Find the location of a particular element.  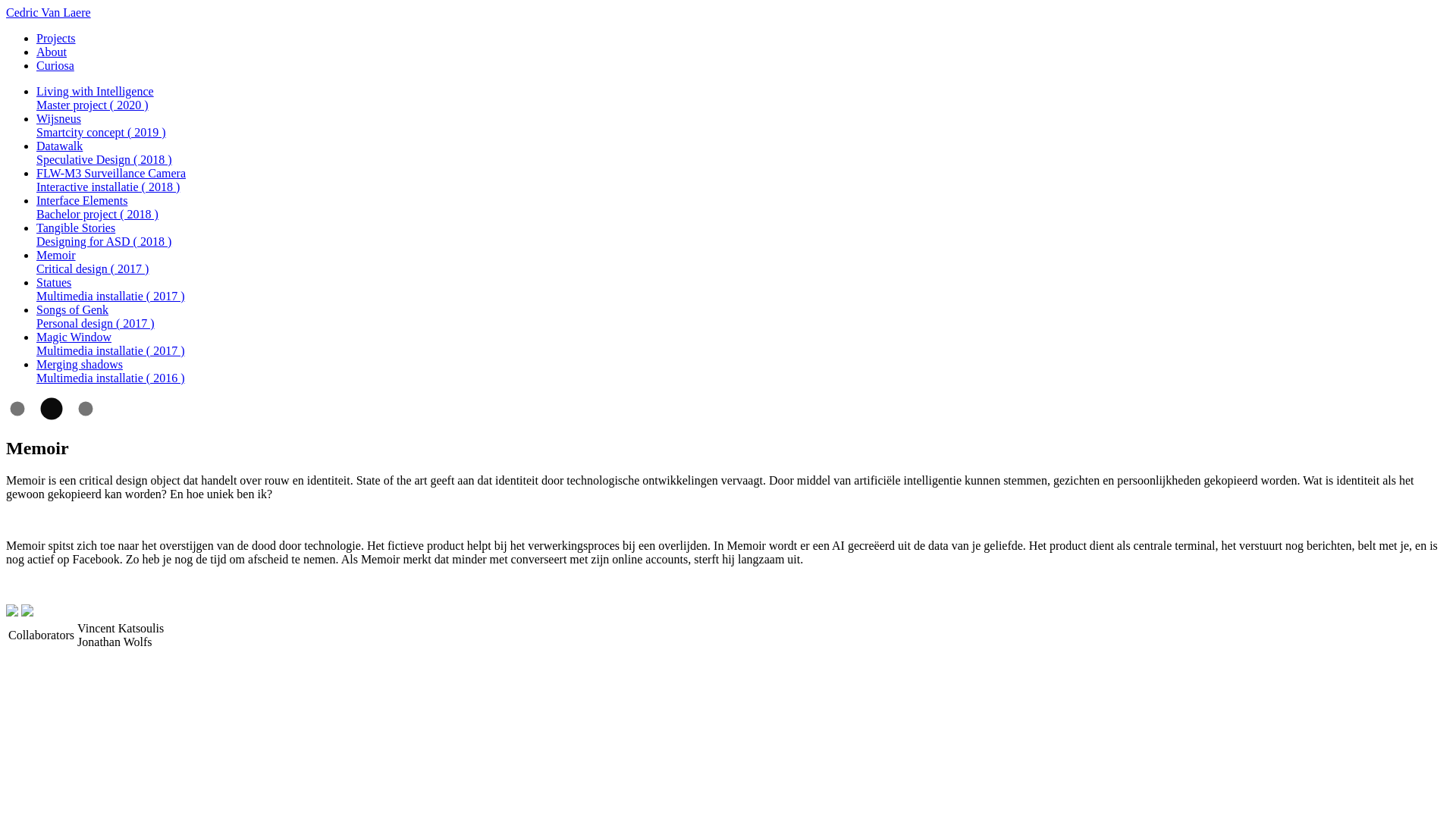

'Speculative Design ( 2018 )' is located at coordinates (103, 159).